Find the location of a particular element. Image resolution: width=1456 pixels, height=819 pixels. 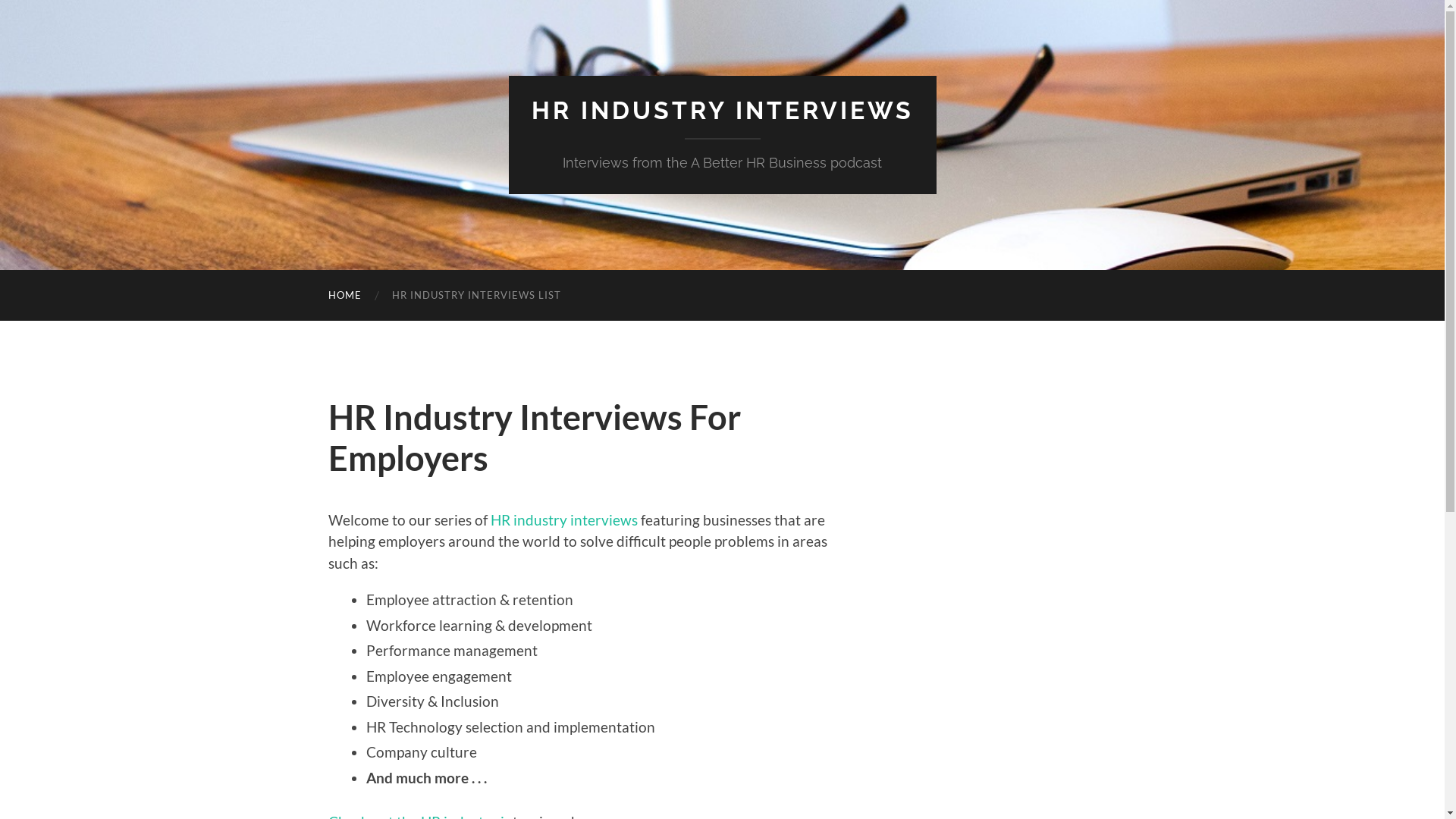

'HR industry interviews' is located at coordinates (490, 519).